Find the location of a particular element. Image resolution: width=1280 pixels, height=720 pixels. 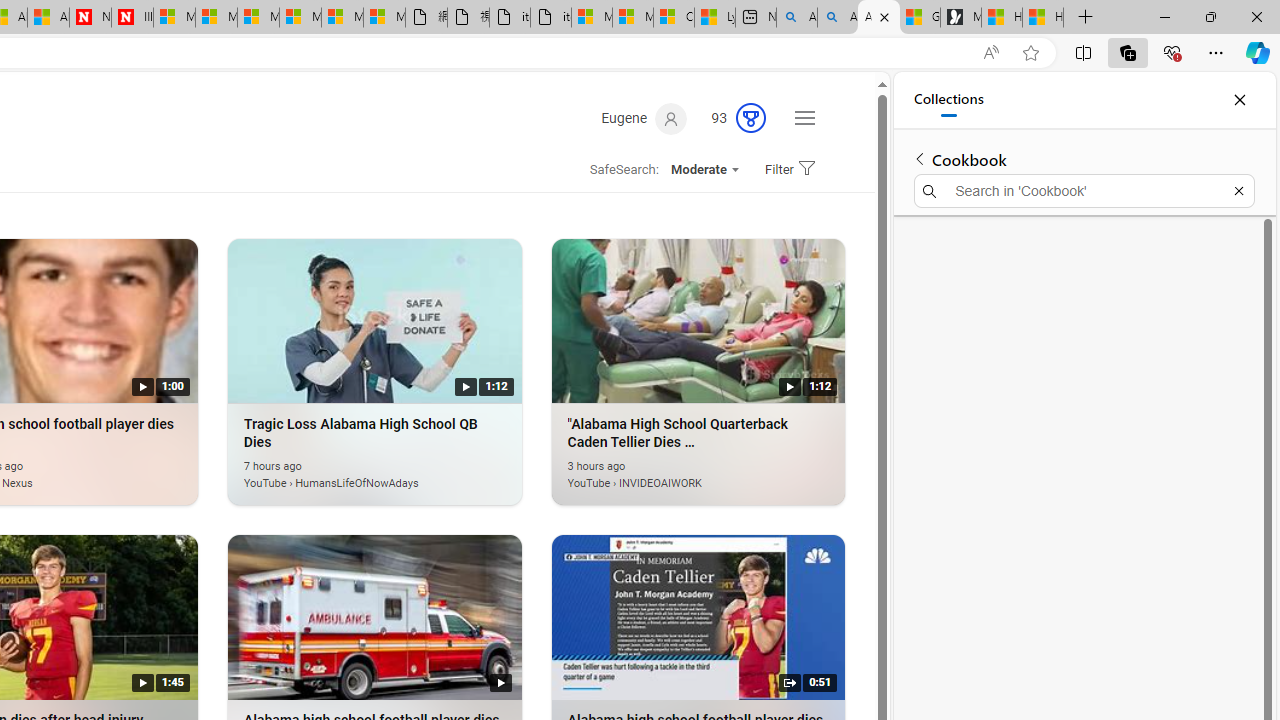

'Moderate SafeSearch:' is located at coordinates (704, 168).